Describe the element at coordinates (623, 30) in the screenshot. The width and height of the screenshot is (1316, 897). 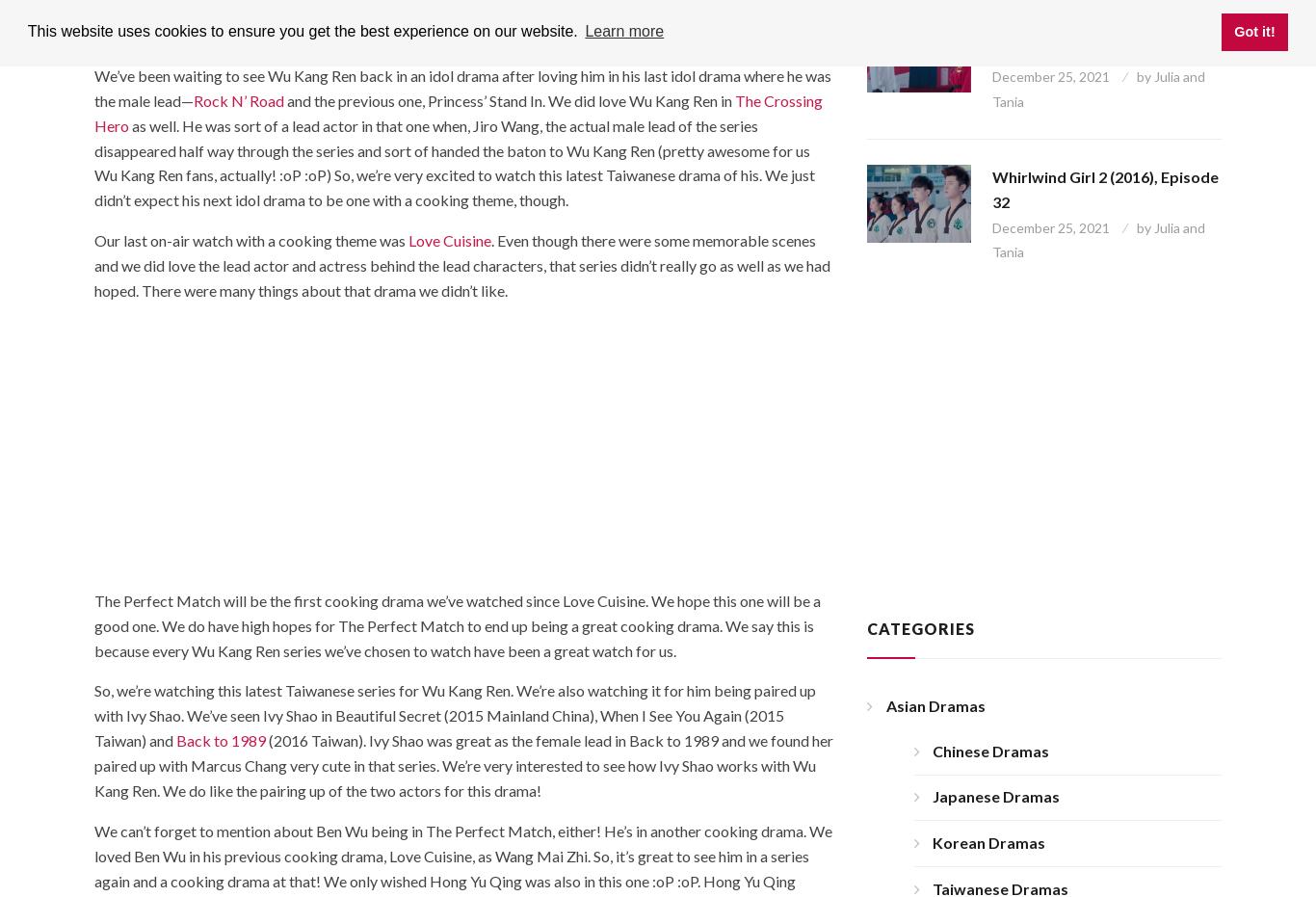
I see `'Learn more'` at that location.